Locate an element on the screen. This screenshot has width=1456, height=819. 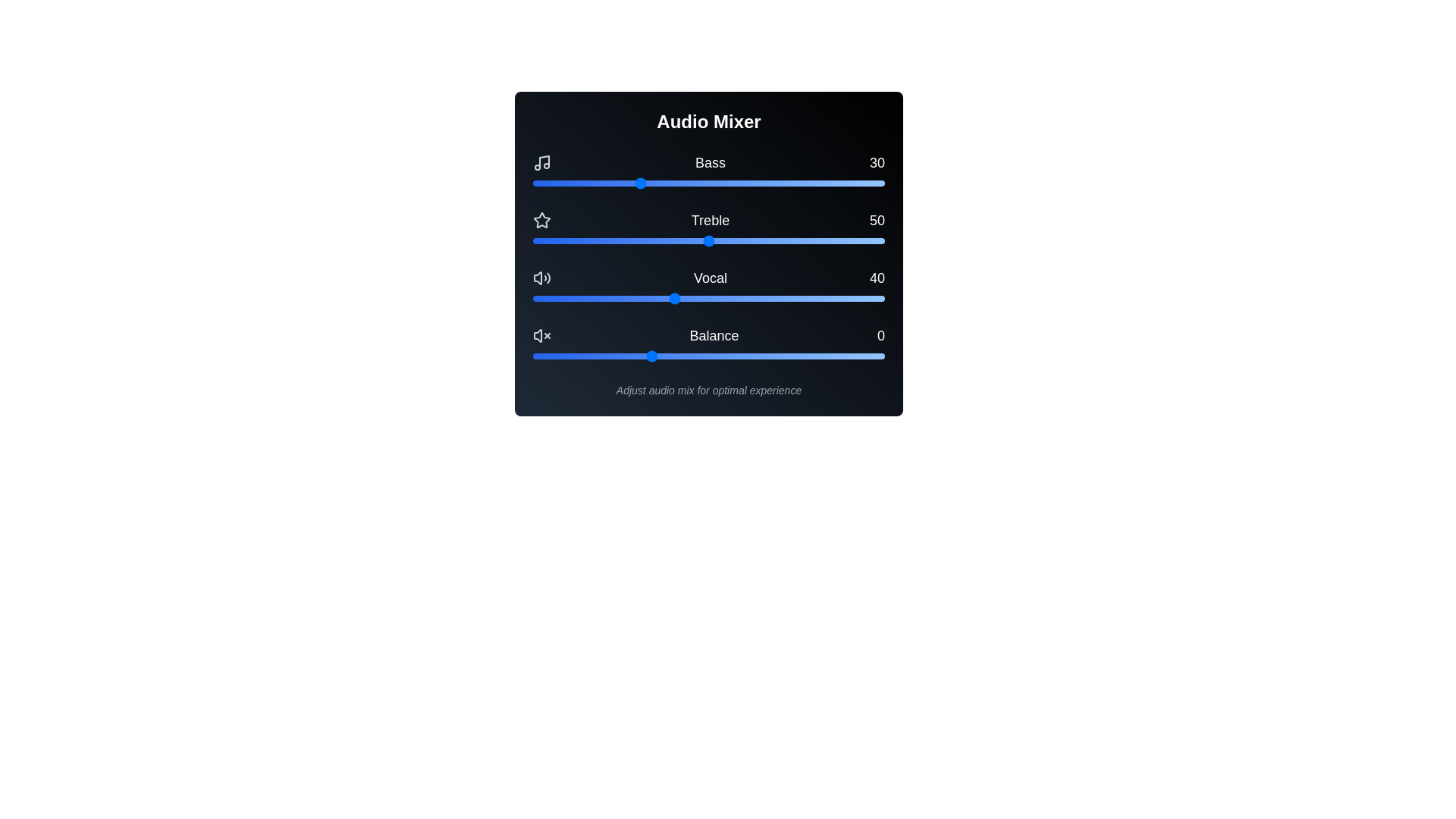
the Treble slider to set the treble level to 60 is located at coordinates (744, 240).